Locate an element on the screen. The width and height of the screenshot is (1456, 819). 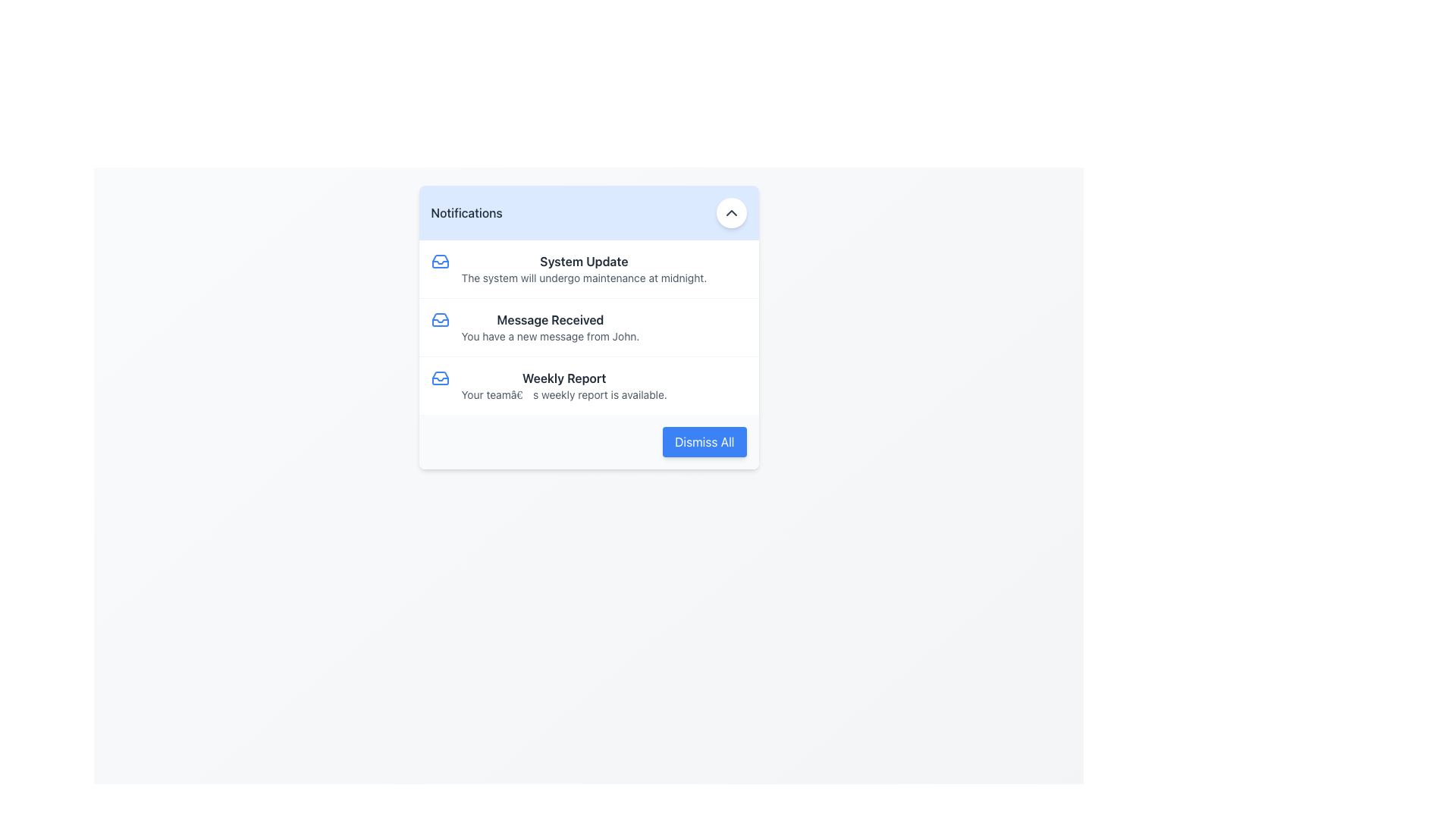
the toggle button is located at coordinates (731, 213).